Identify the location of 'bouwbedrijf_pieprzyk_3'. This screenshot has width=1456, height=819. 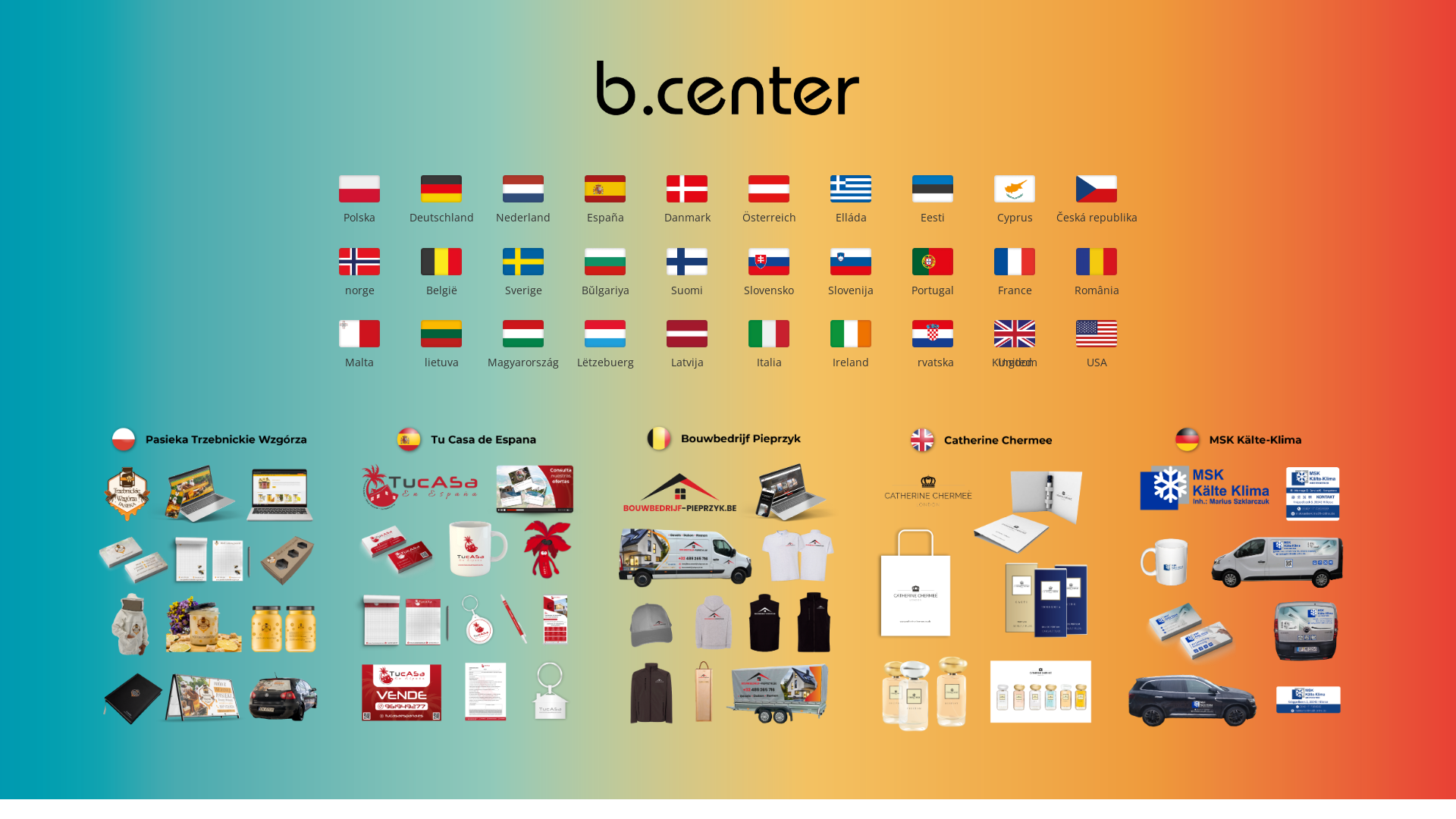
(723, 578).